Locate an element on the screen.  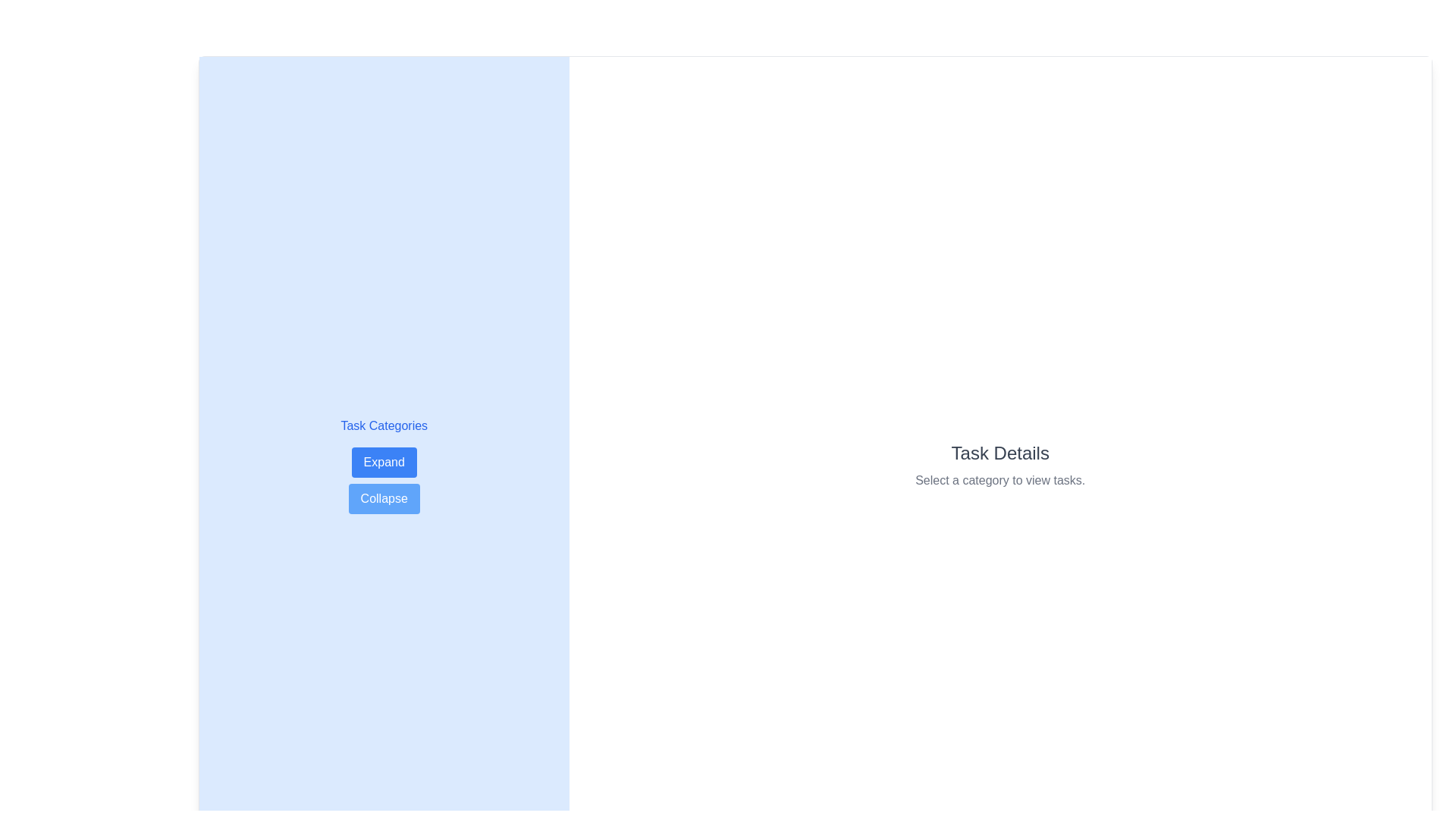
the 'Collapse' button, which is a rectangular button with a blue background and white text, located below the 'Expand' button in the left panel under 'Task Categories' is located at coordinates (384, 499).